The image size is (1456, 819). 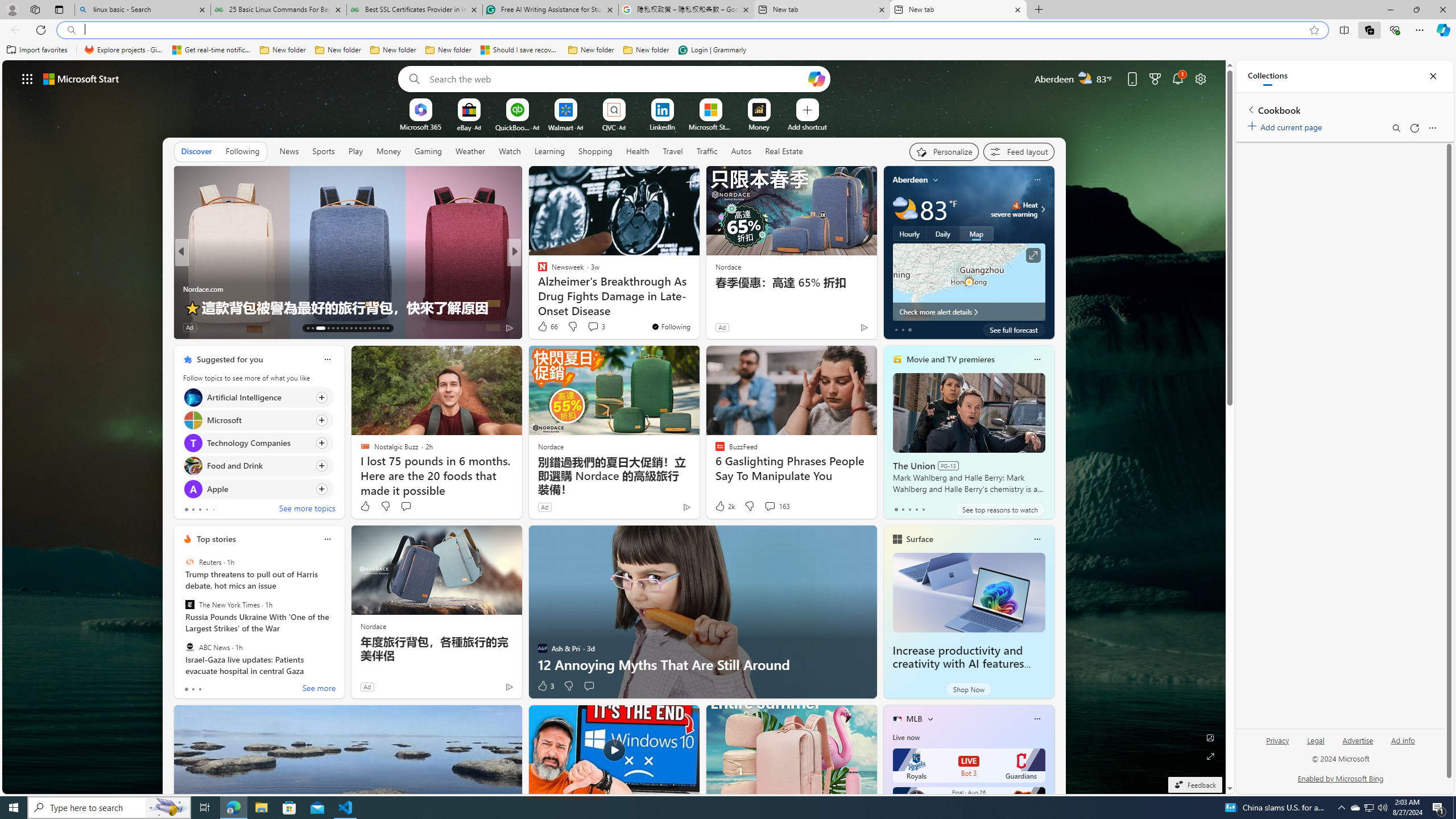 I want to click on 'TechRadar', so click(x=537, y=288).